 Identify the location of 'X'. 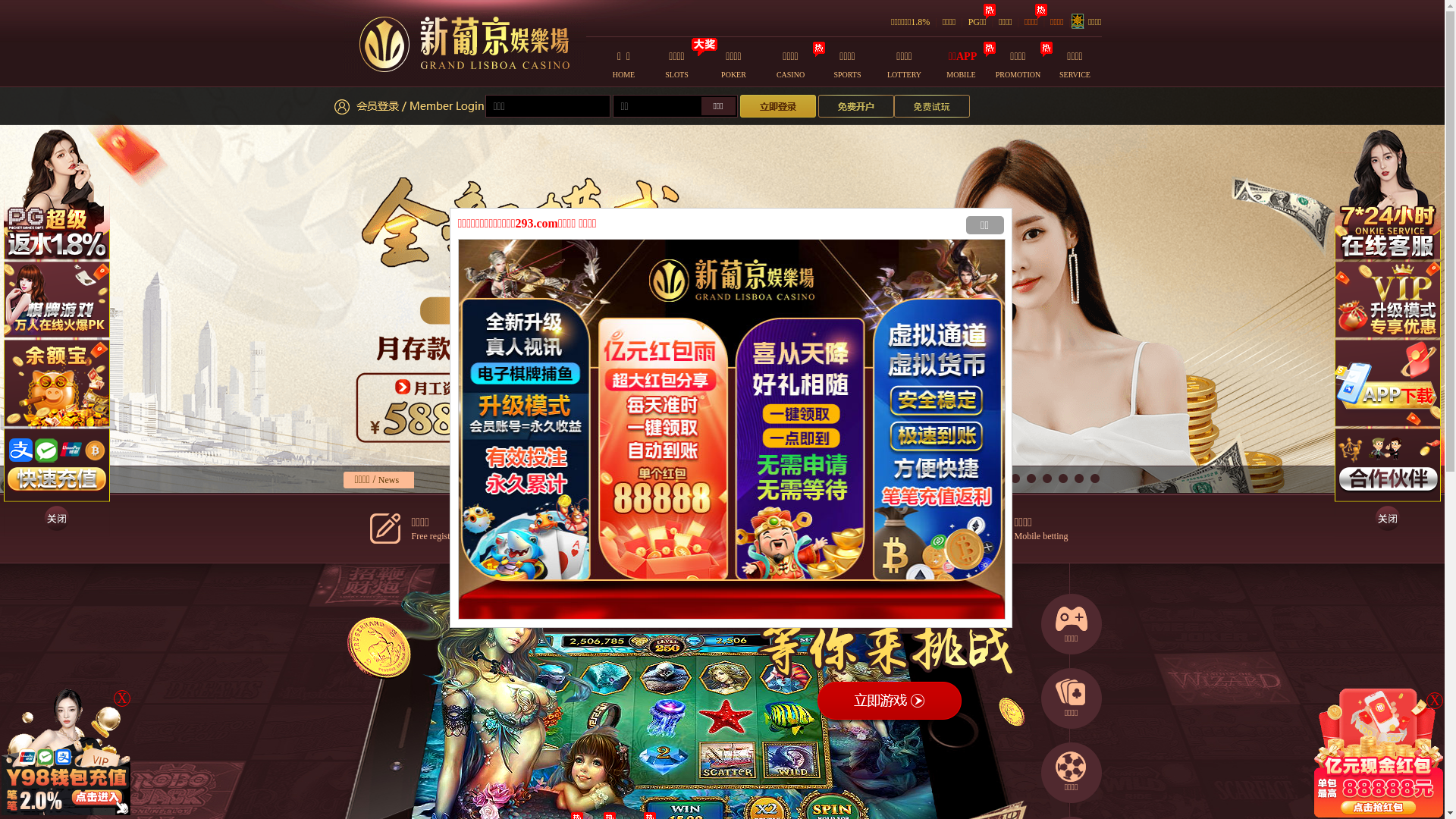
(122, 698).